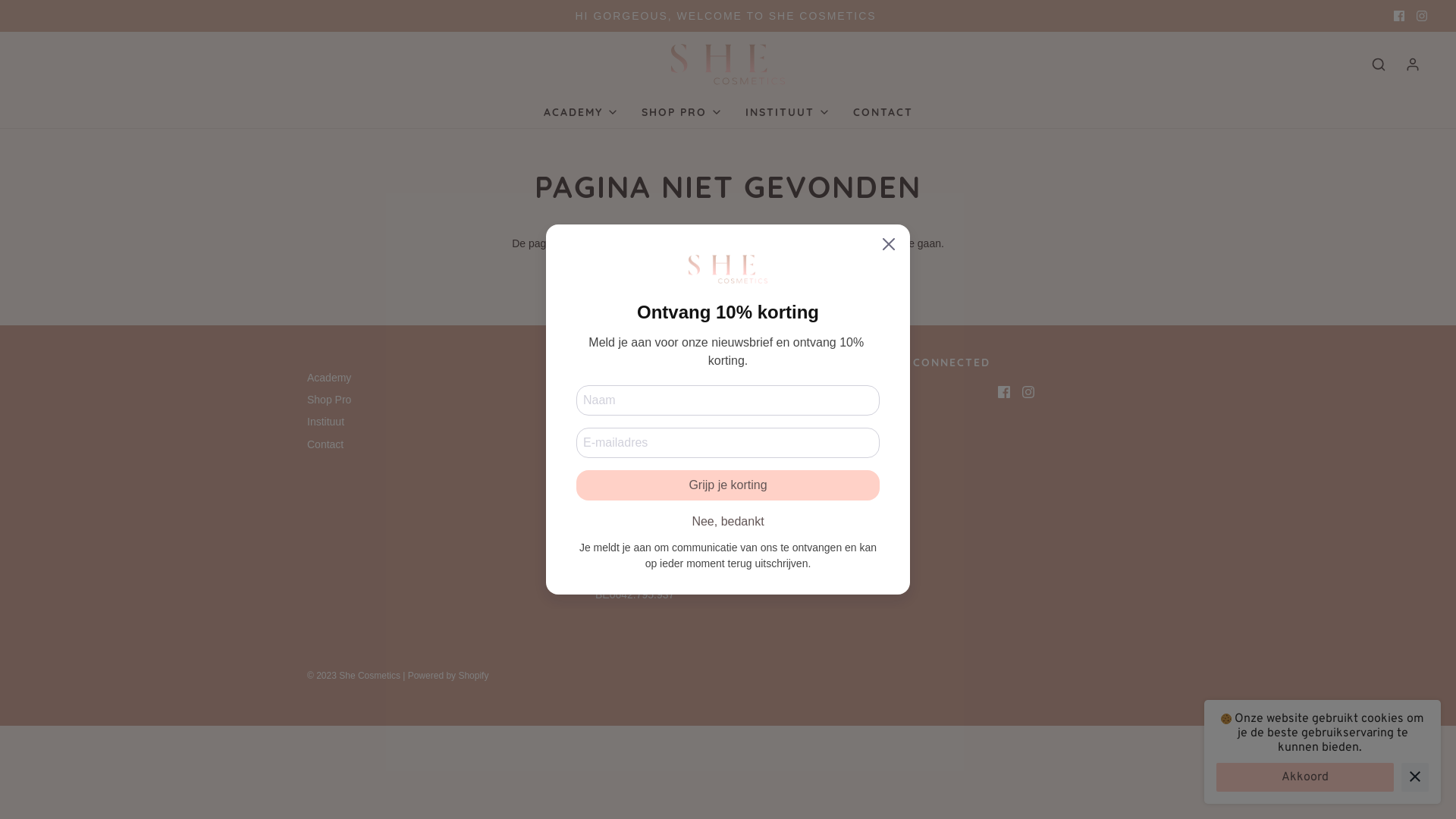 Image resolution: width=1456 pixels, height=819 pixels. I want to click on 'Zoek', so click(1379, 63).